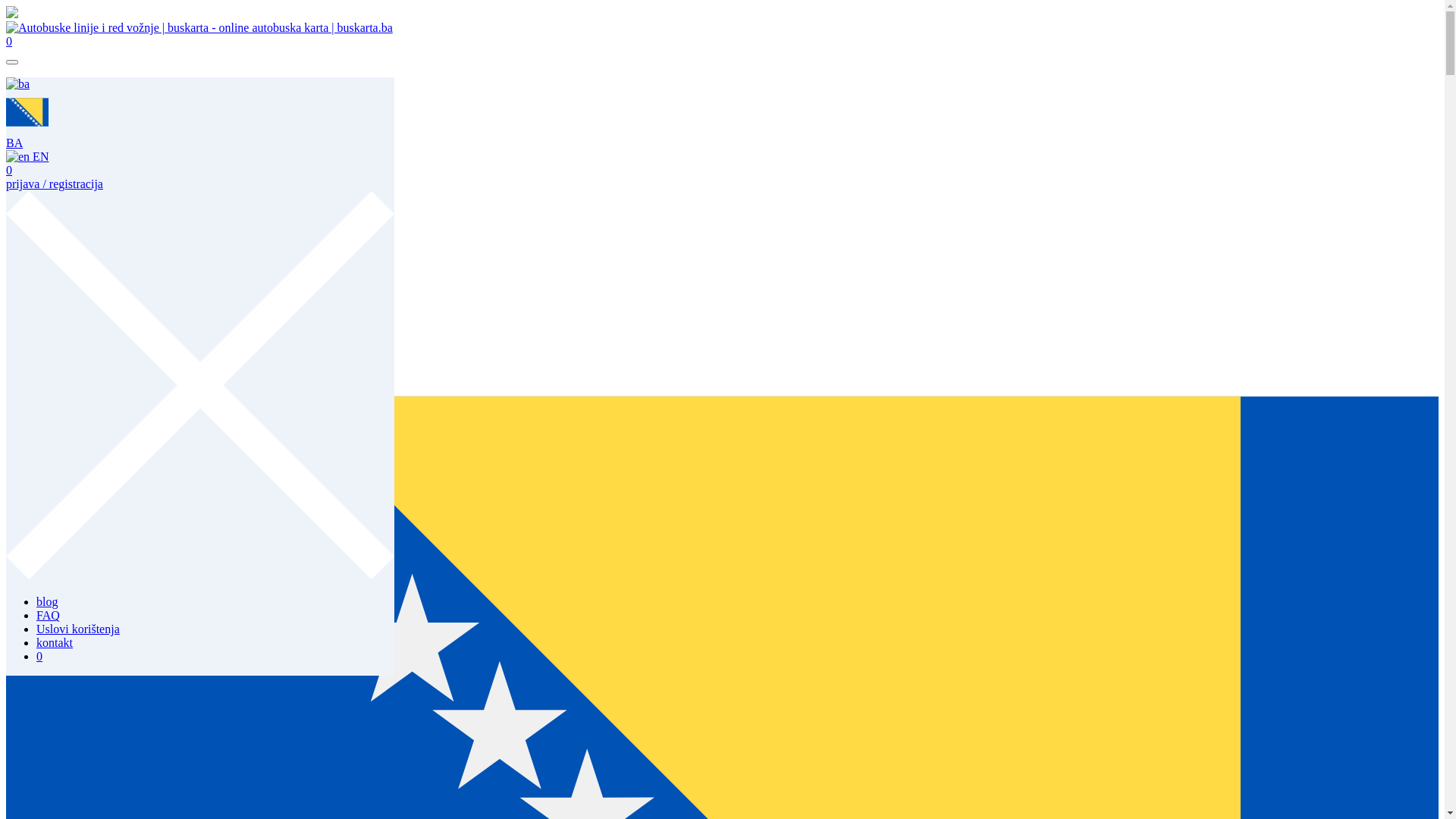  Describe the element at coordinates (17, 84) in the screenshot. I see `'ba'` at that location.